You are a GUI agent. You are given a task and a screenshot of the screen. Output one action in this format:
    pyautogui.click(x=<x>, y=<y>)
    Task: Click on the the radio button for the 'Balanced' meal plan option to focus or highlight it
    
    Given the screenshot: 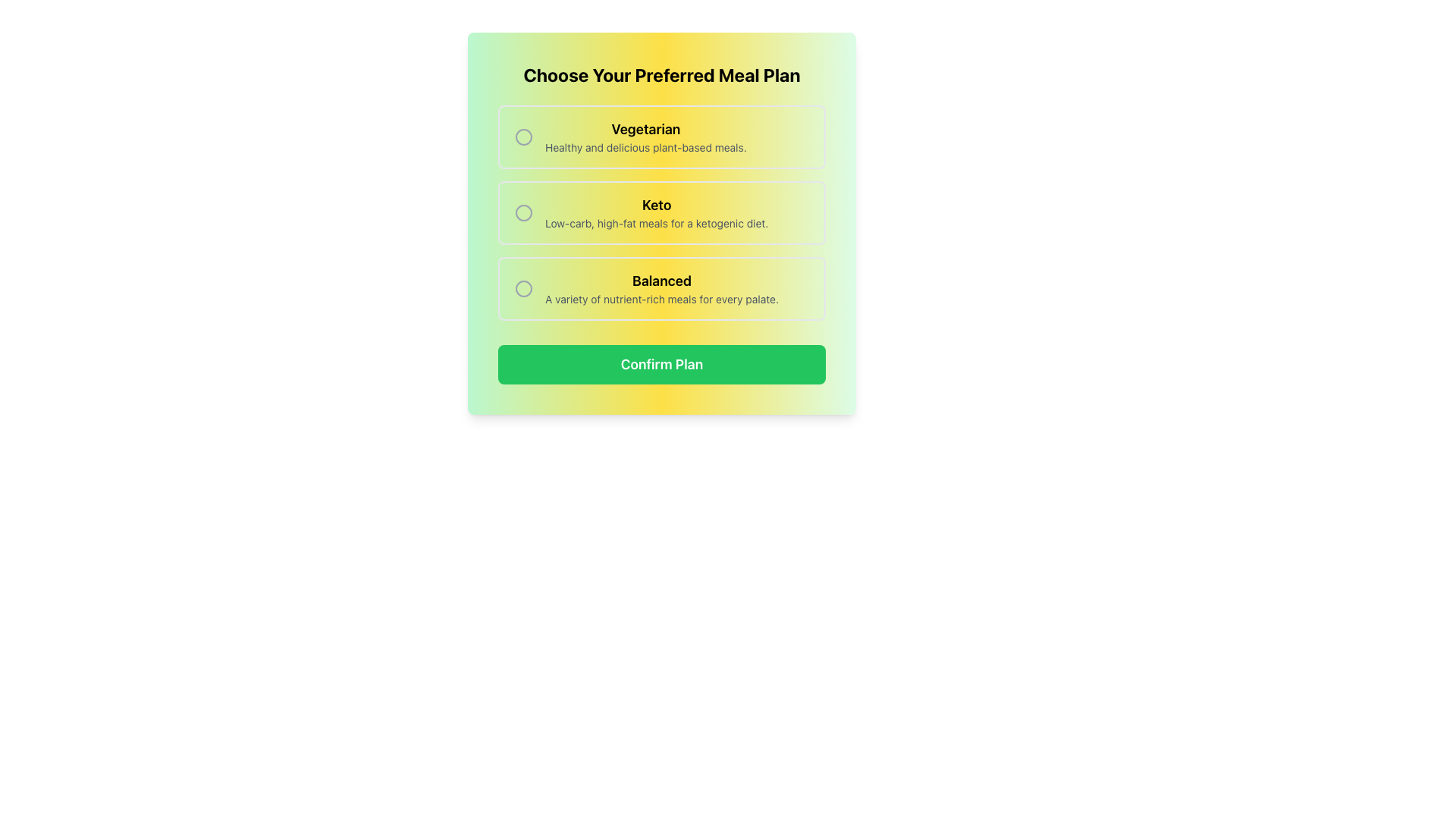 What is the action you would take?
    pyautogui.click(x=524, y=289)
    